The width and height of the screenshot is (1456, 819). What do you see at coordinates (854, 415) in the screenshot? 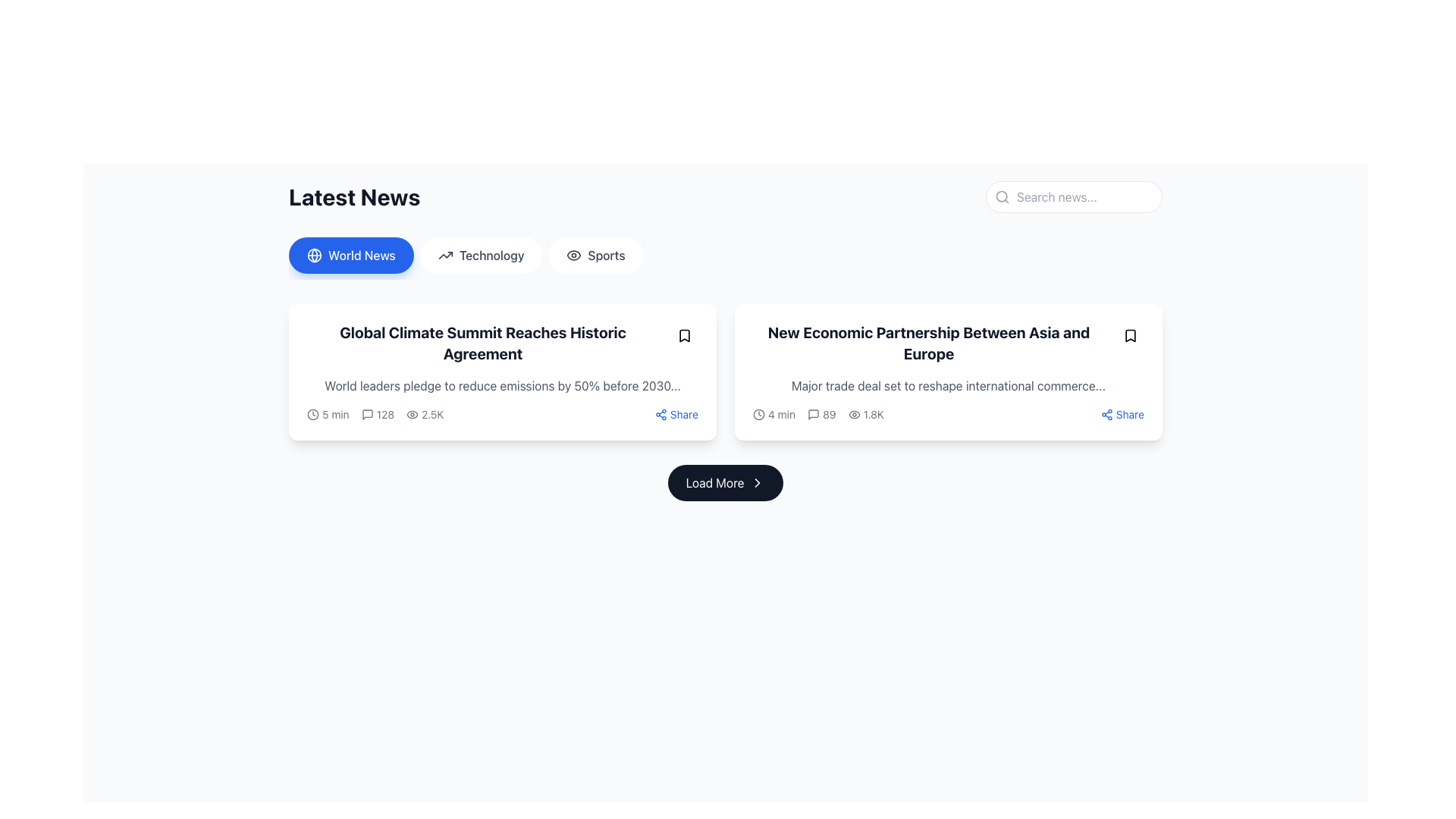
I see `the eye icon located to the left of the text '1.8K' in the bottom-right part of the second card` at bounding box center [854, 415].